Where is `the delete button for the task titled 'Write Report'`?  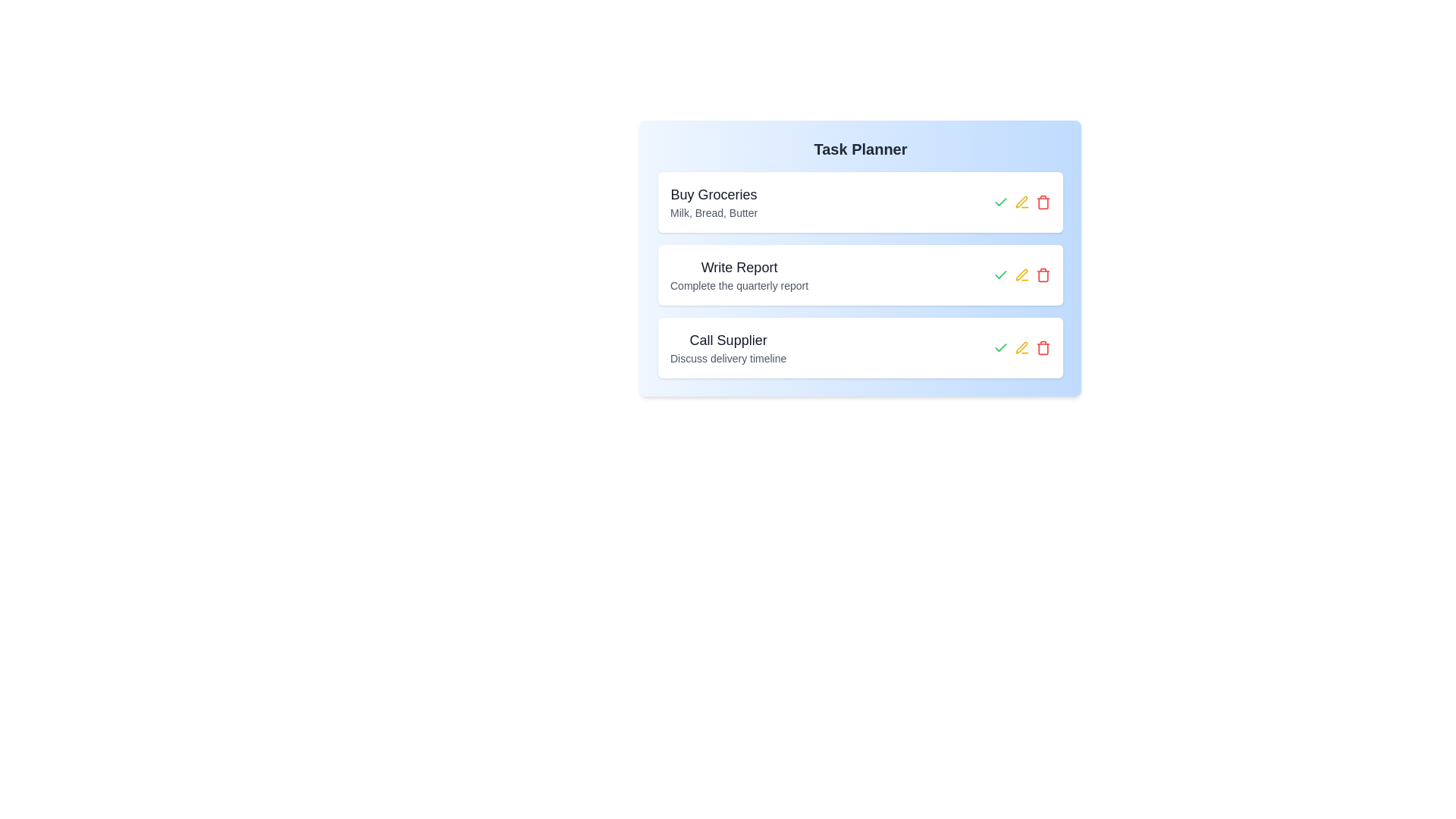
the delete button for the task titled 'Write Report' is located at coordinates (1043, 275).